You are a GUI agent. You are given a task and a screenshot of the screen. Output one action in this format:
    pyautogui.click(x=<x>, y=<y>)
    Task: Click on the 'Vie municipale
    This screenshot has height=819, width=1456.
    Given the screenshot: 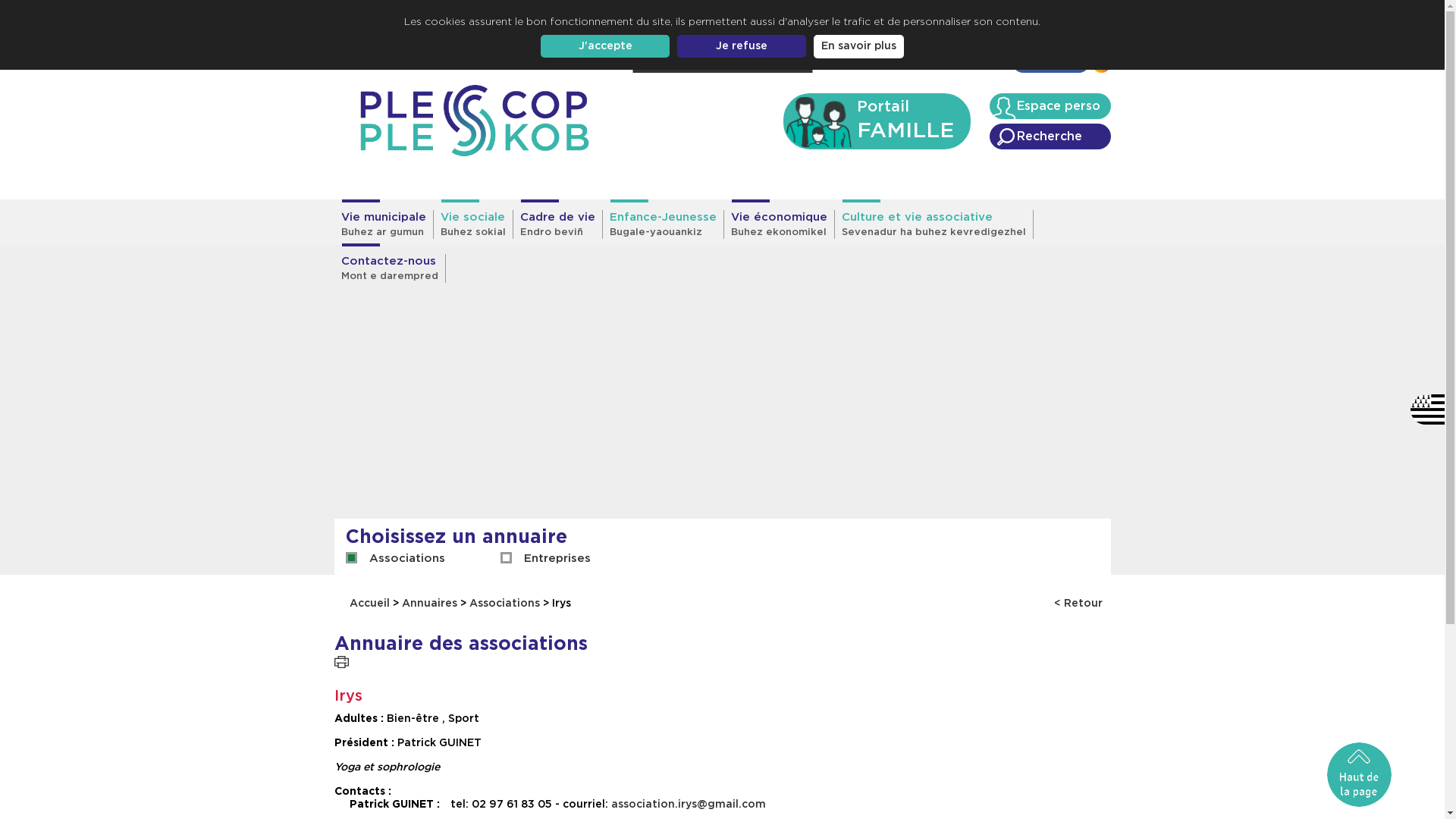 What is the action you would take?
    pyautogui.click(x=333, y=224)
    